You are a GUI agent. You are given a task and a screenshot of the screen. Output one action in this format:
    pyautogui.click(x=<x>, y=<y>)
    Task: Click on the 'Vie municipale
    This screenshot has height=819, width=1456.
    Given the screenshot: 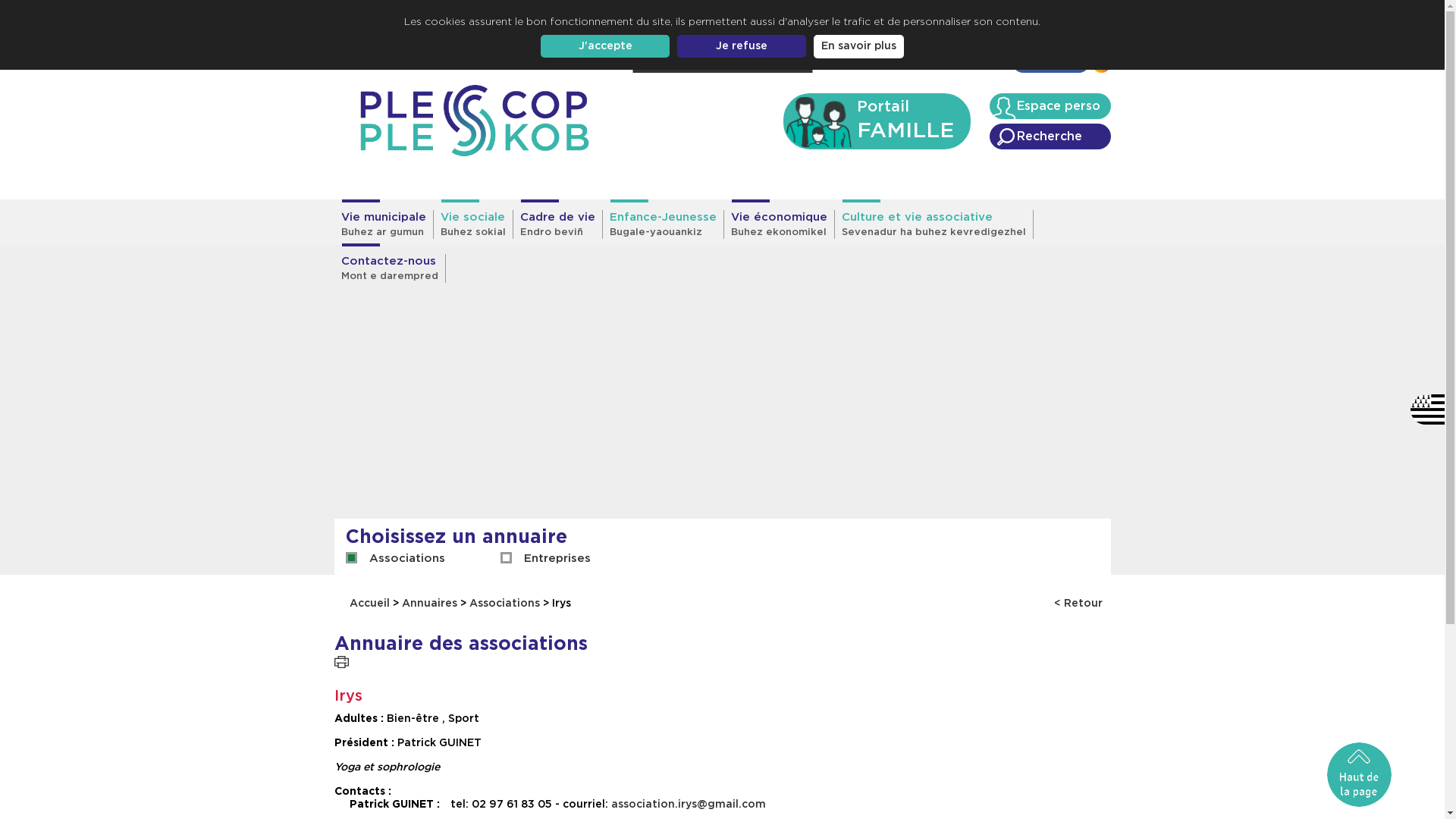 What is the action you would take?
    pyautogui.click(x=333, y=224)
    